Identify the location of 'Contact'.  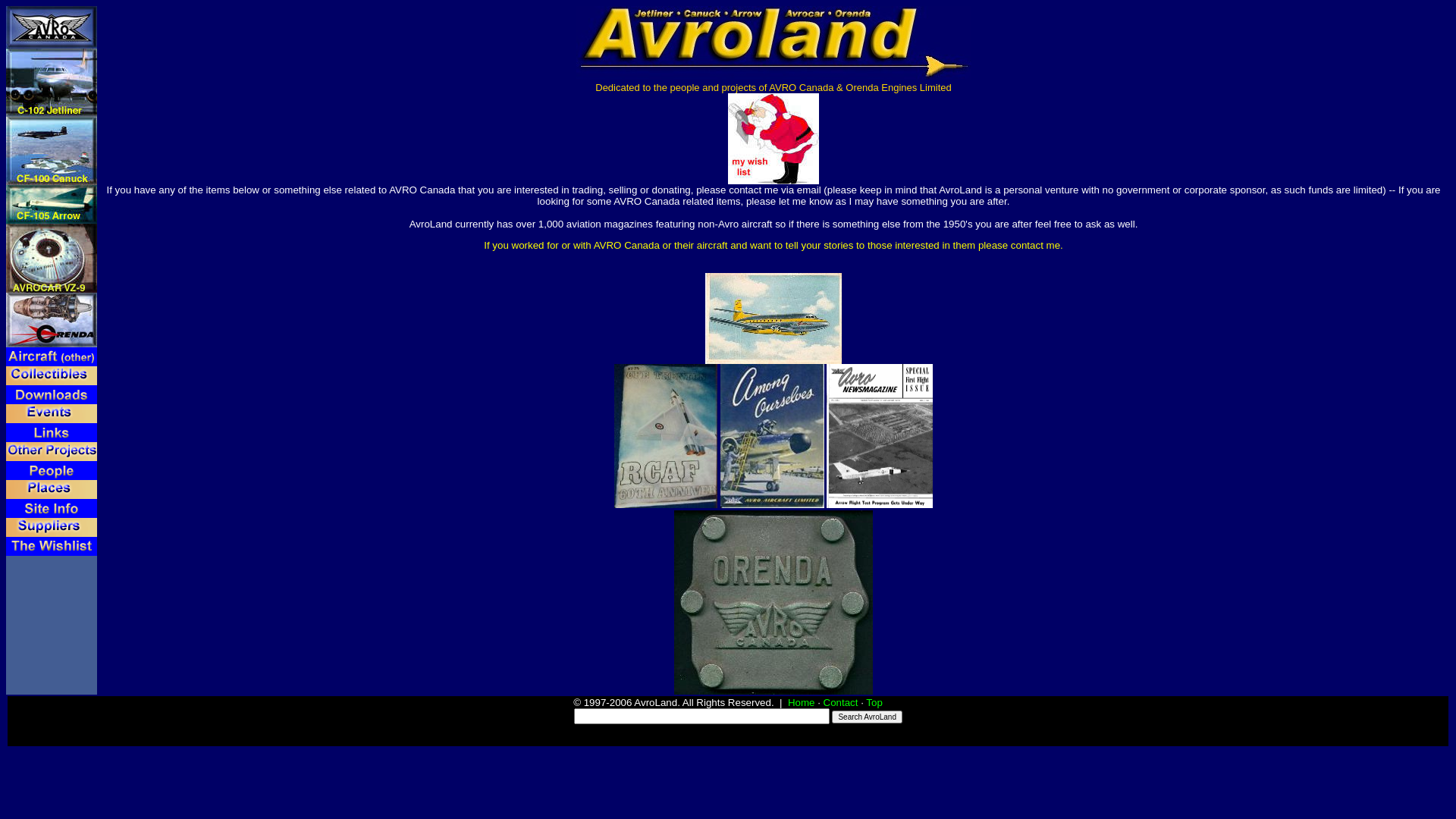
(839, 702).